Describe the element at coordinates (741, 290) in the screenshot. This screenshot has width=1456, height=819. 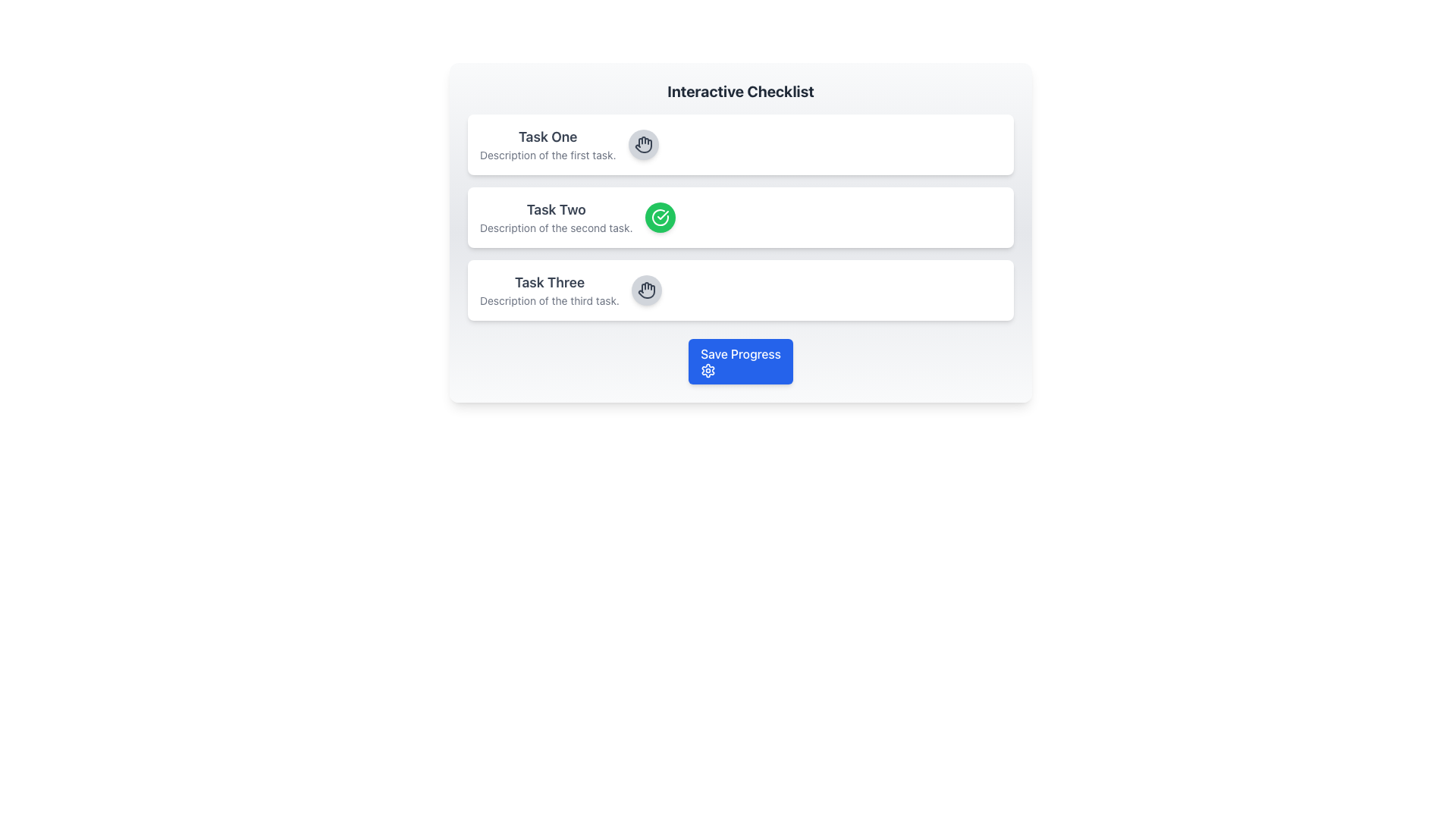
I see `the third task item in the checklist interface, which displays its title and description, positioned below 'Task Two'` at that location.